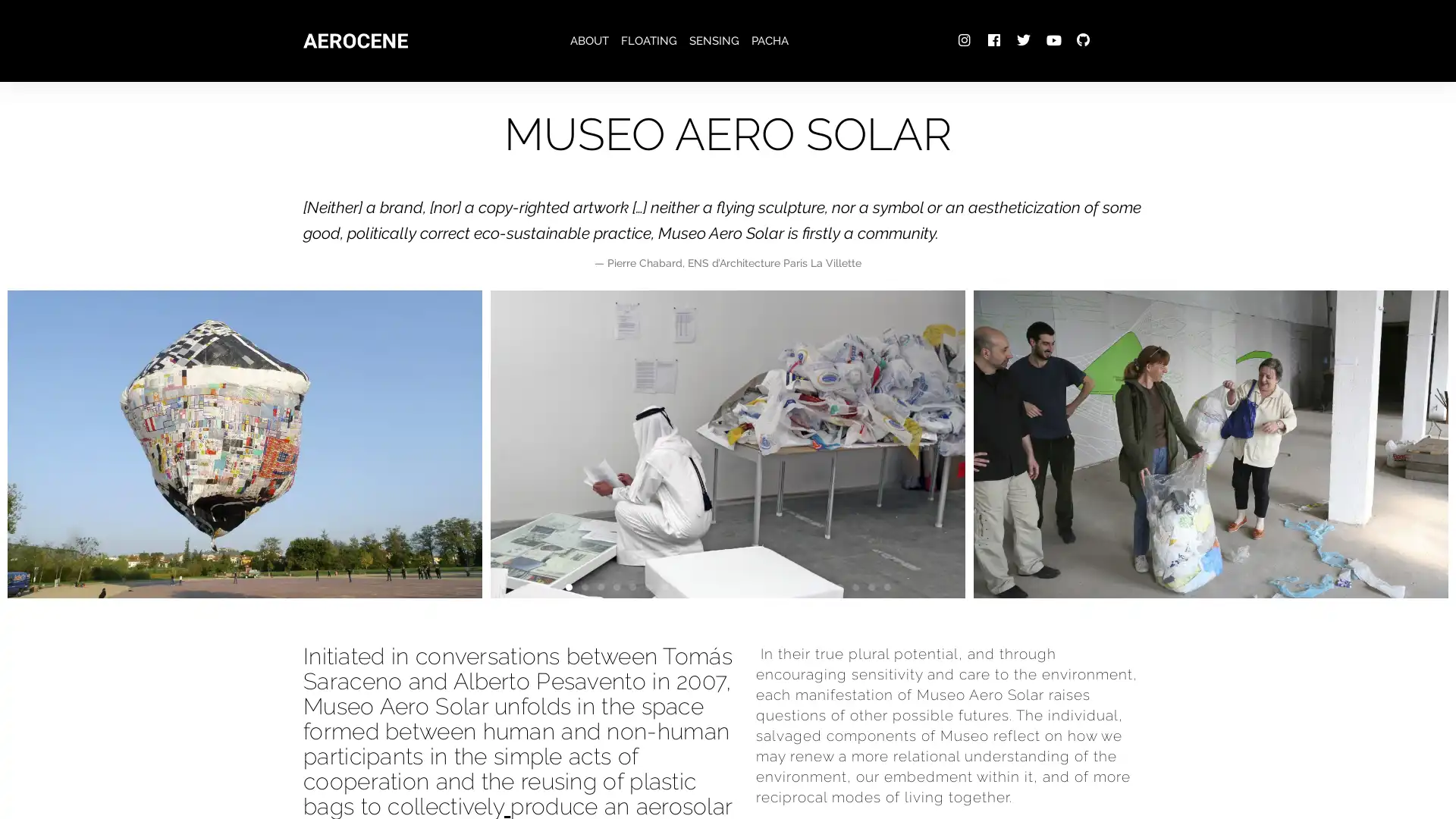 This screenshot has width=1456, height=819. Describe the element at coordinates (806, 586) in the screenshot. I see `Go to slide 16` at that location.